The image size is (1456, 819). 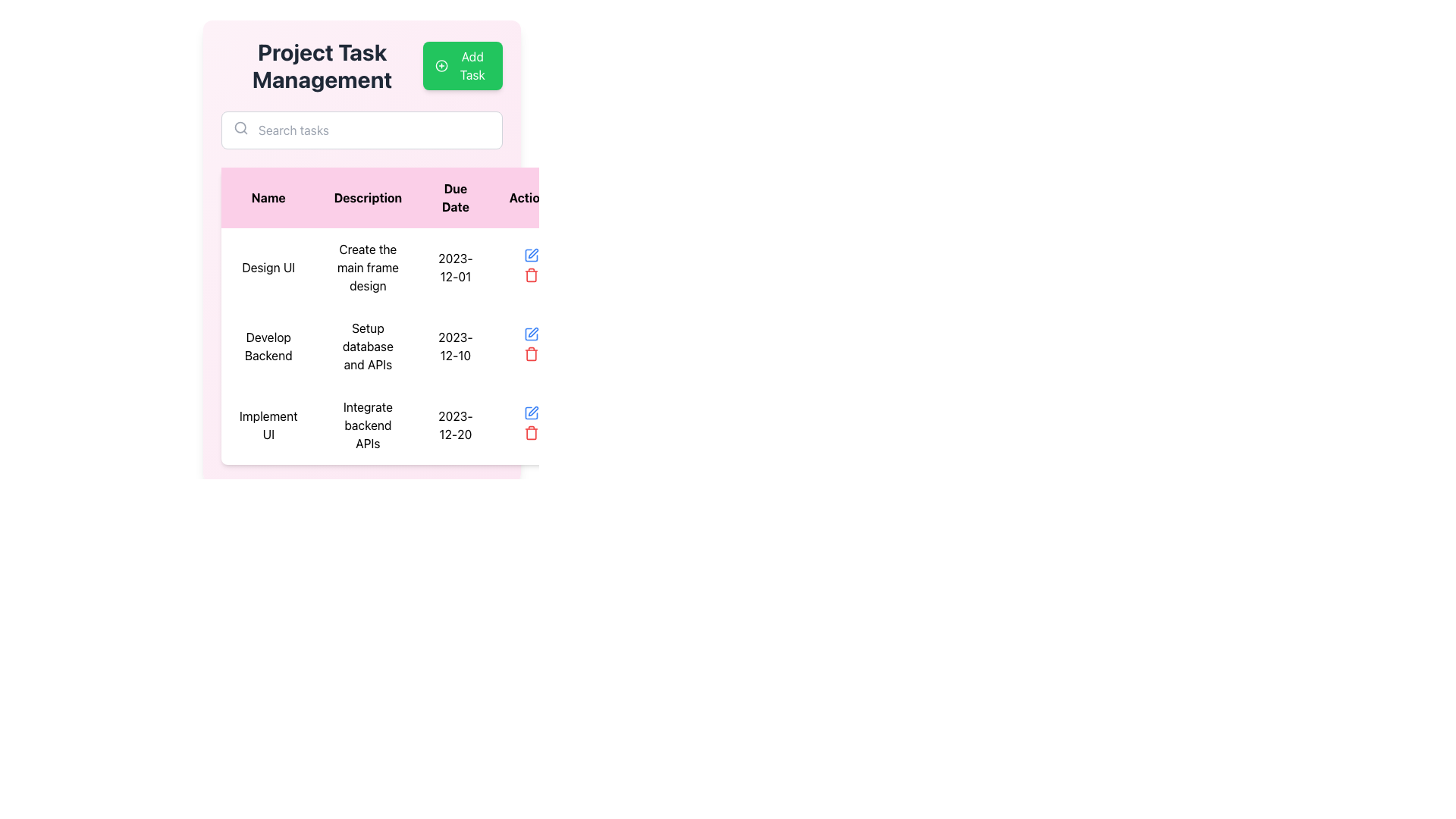 What do you see at coordinates (531, 413) in the screenshot?
I see `the graphical icon resembling a square with a pen, located in the 'Actions' column of the third row for the 'Implement UI' task` at bounding box center [531, 413].